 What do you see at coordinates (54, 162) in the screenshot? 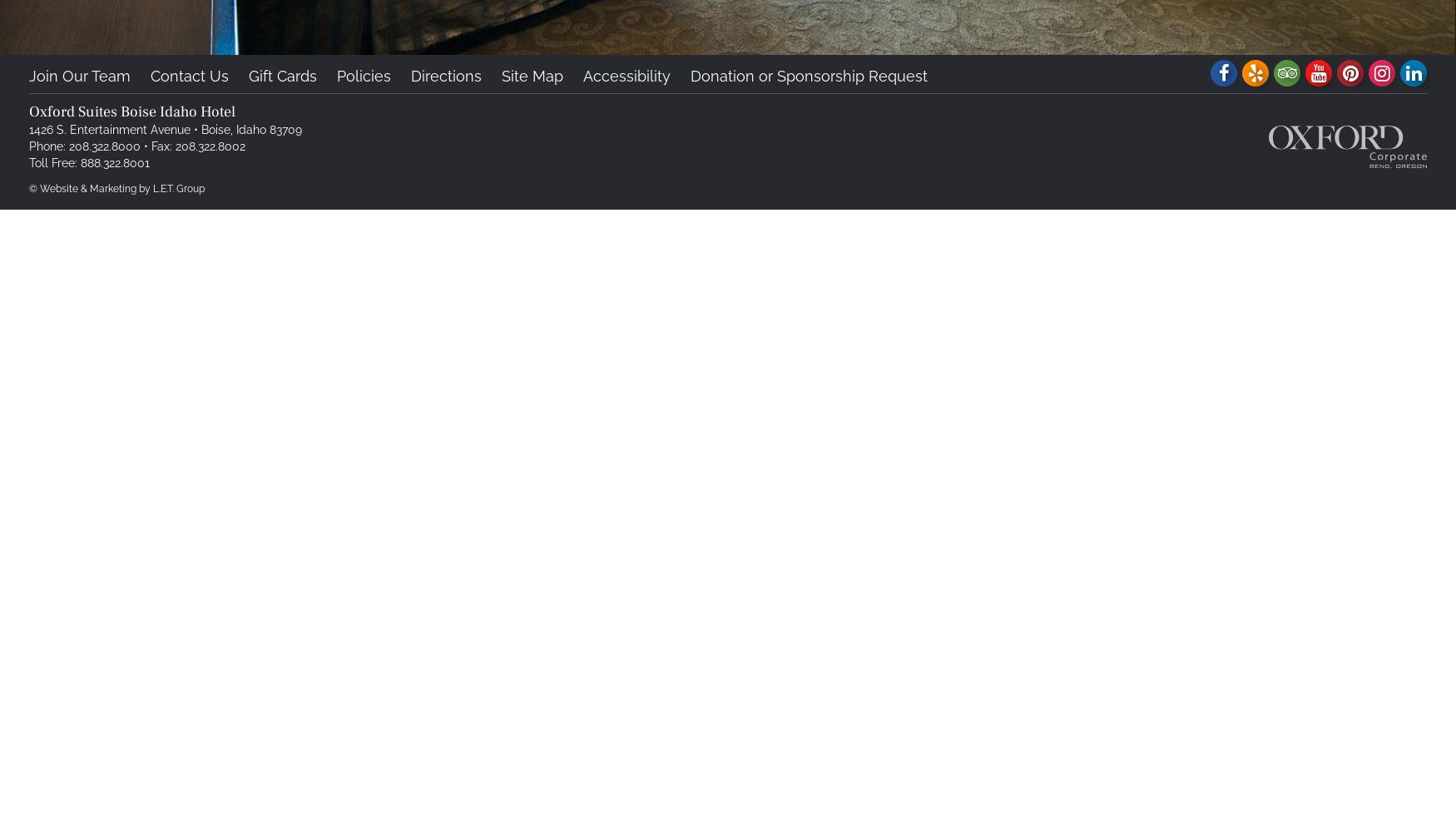
I see `'Toll Free:'` at bounding box center [54, 162].